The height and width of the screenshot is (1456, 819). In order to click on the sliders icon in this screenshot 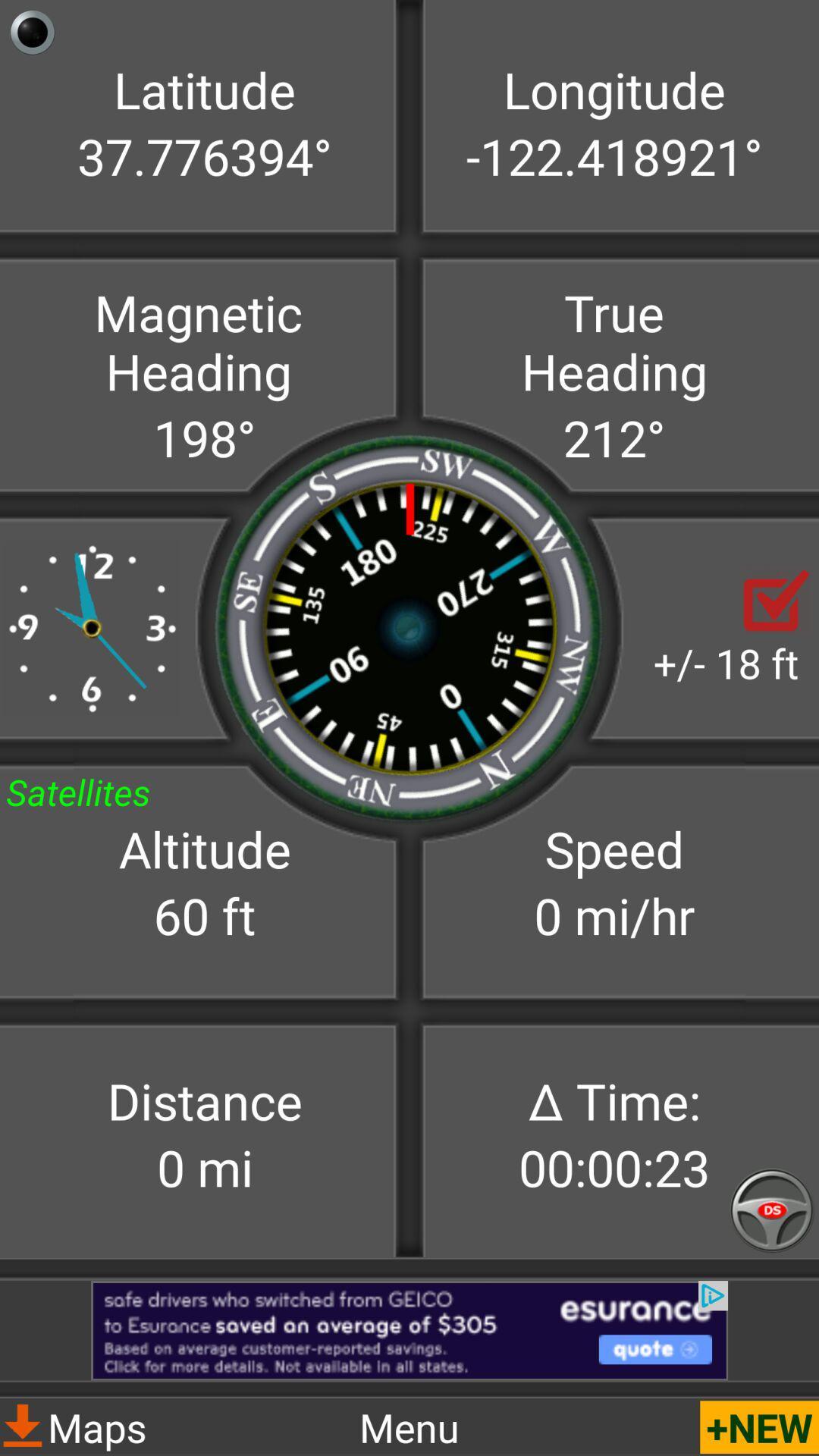, I will do `click(36, 629)`.